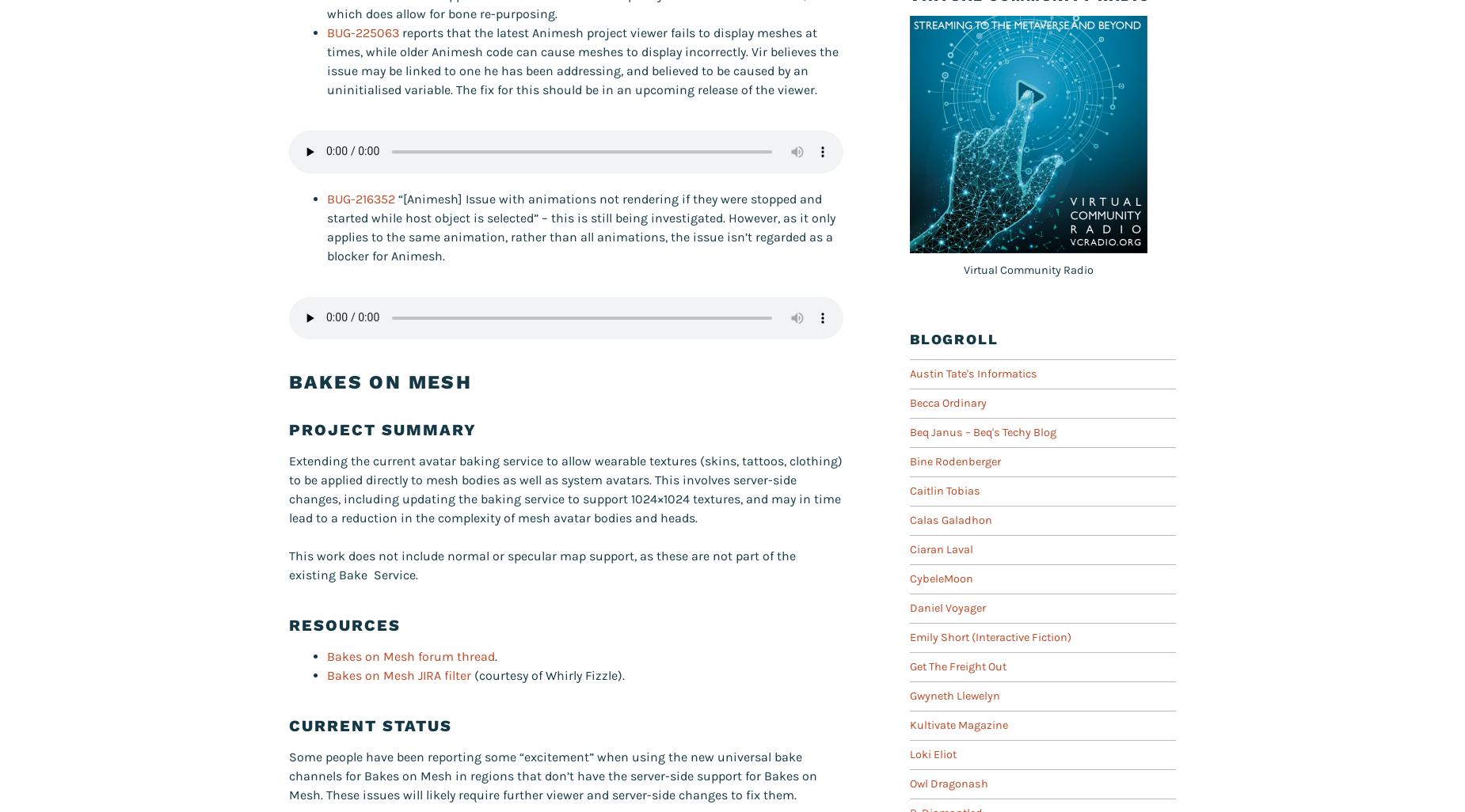 Image resolution: width=1465 pixels, height=812 pixels. I want to click on 'Loki Eliot', so click(932, 753).